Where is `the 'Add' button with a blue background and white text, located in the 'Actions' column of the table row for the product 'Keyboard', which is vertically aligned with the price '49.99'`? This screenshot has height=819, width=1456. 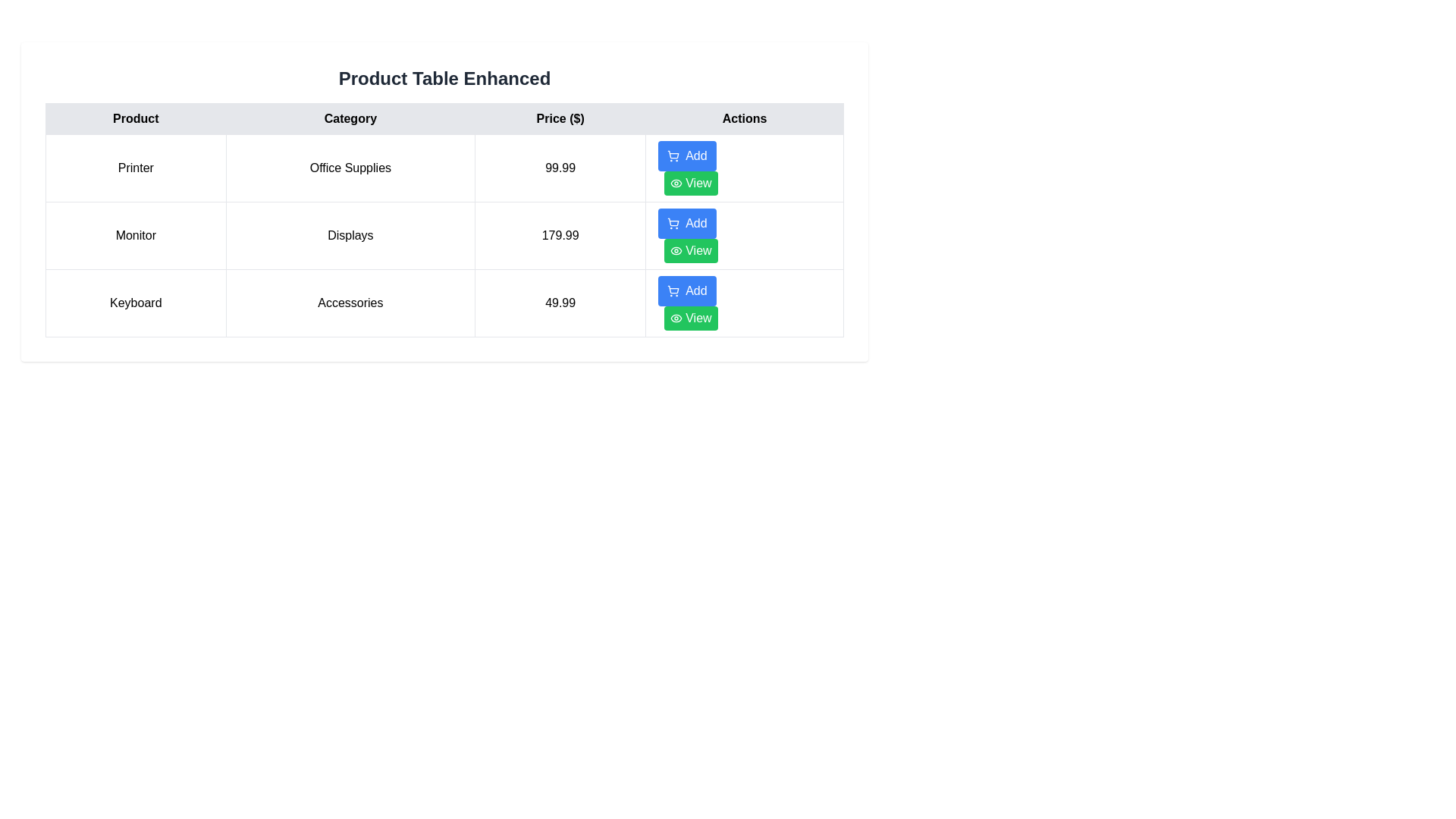
the 'Add' button with a blue background and white text, located in the 'Actions' column of the table row for the product 'Keyboard', which is vertically aligned with the price '49.99' is located at coordinates (686, 291).